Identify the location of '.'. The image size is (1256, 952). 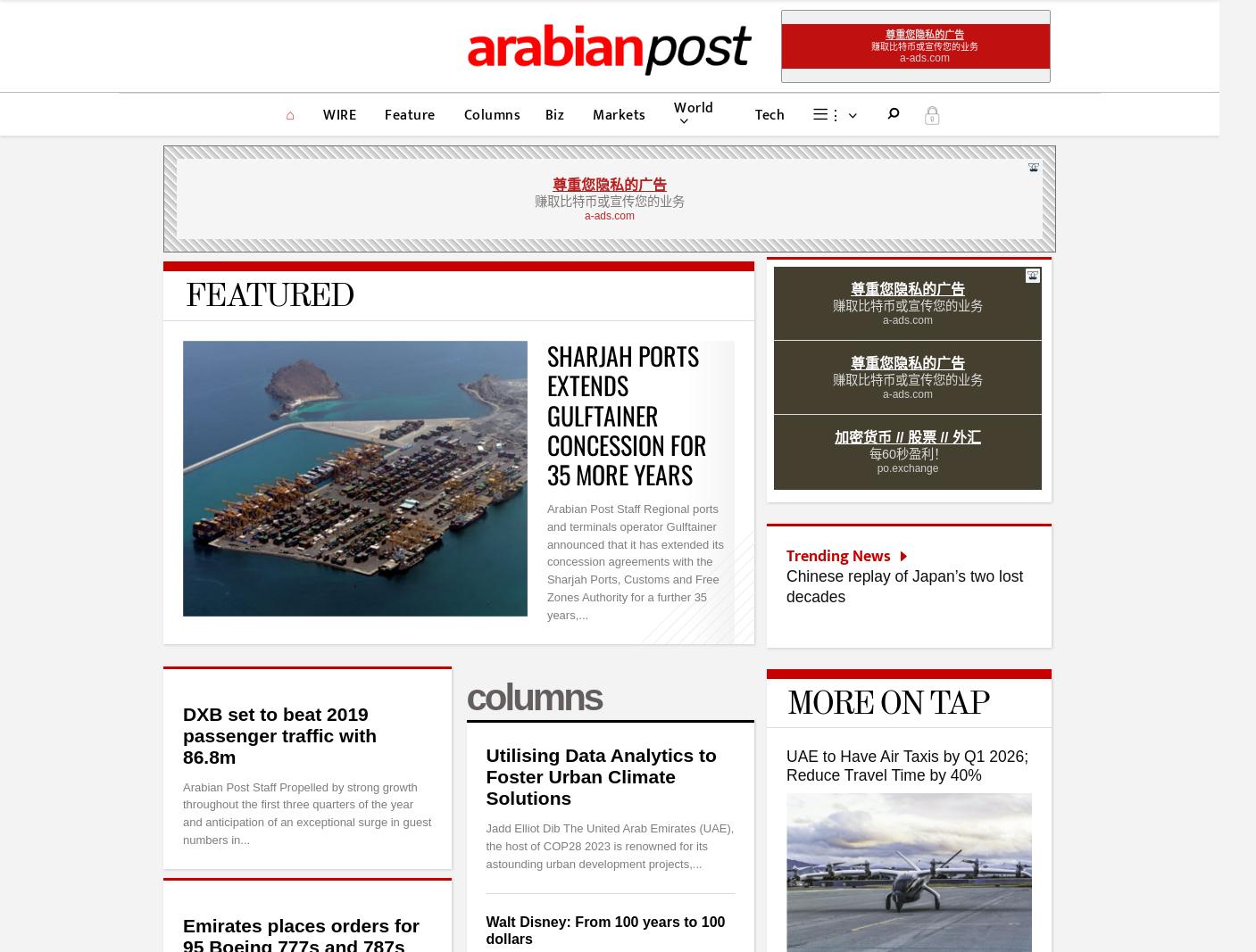
(929, 113).